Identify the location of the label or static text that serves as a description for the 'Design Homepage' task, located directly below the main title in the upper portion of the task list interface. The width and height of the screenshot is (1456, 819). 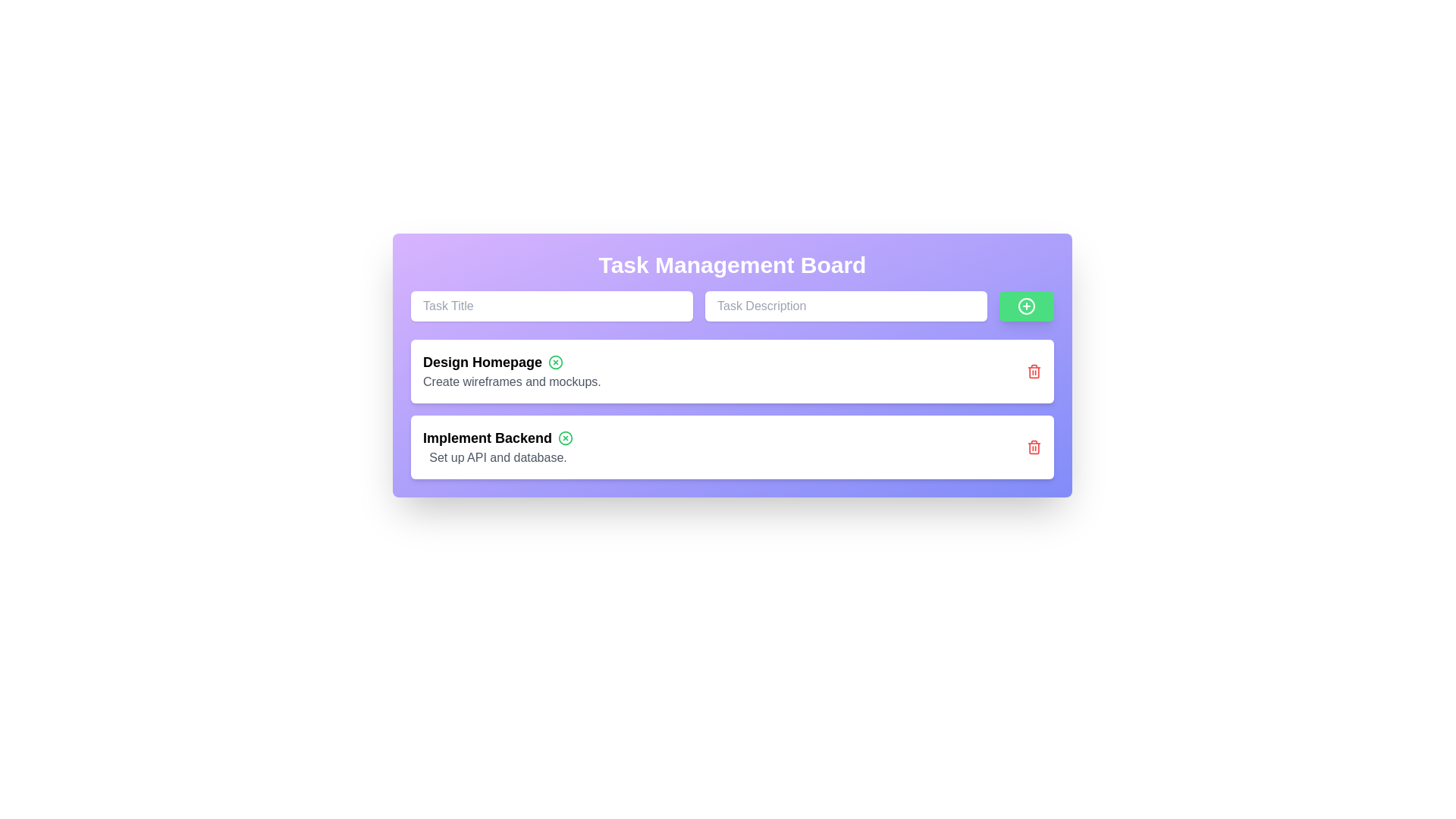
(512, 381).